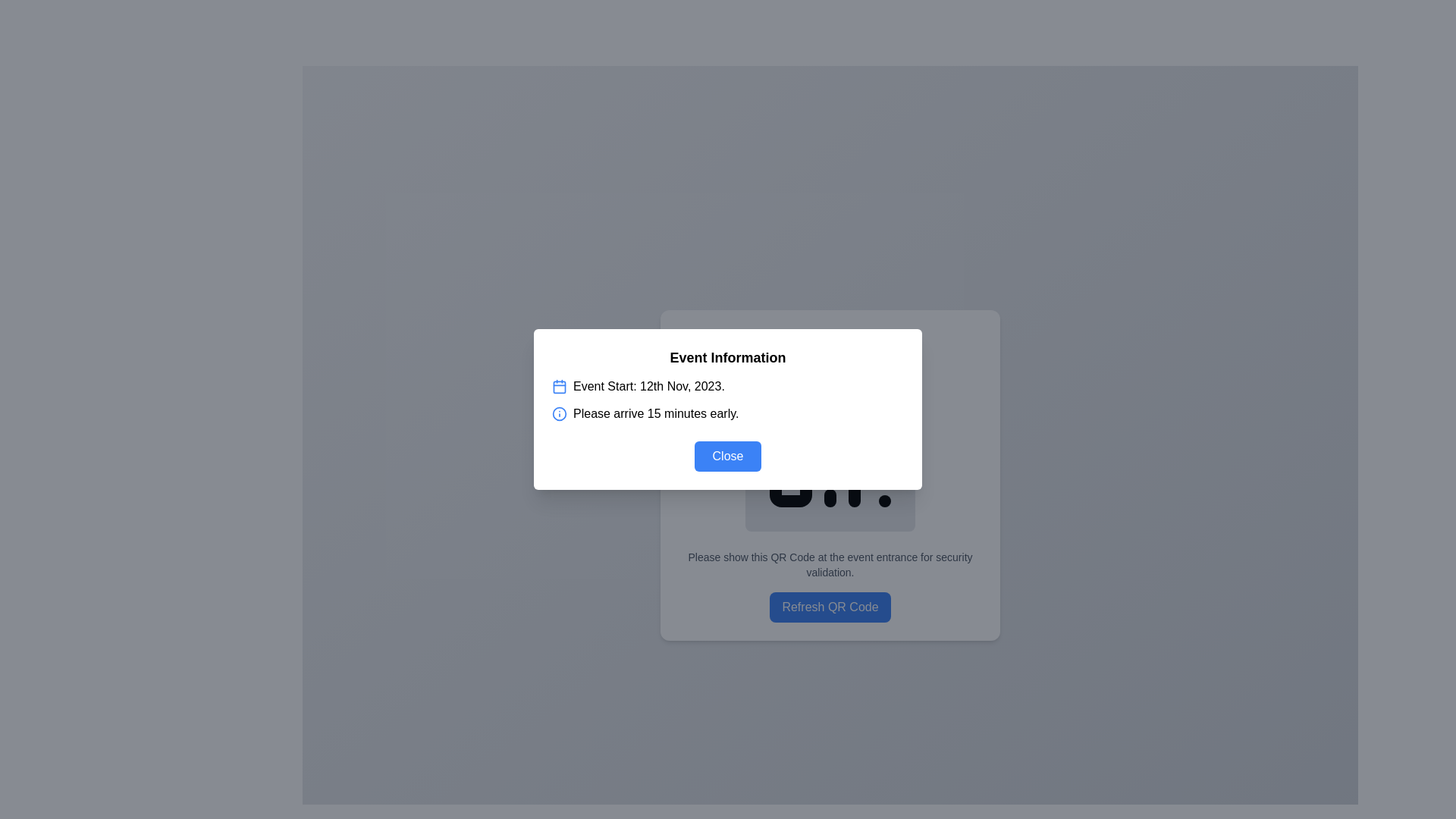 This screenshot has height=819, width=1456. What do you see at coordinates (648, 385) in the screenshot?
I see `the Text Label element displaying the notification 'Event Start: 12th Nov, 2023.' located below the 'Event Information' heading in the popup dialog` at bounding box center [648, 385].